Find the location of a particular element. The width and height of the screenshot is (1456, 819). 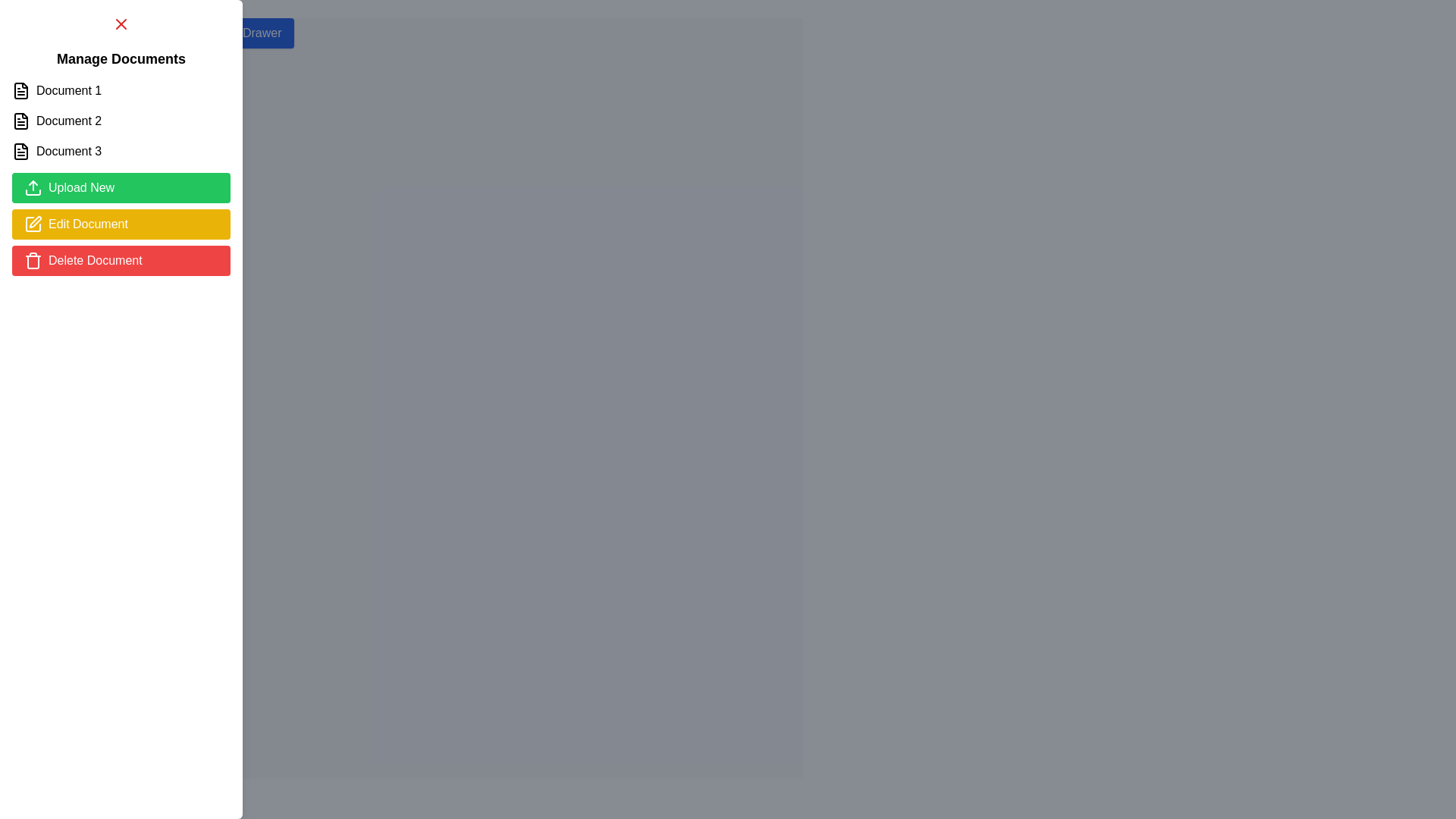

the 'Upload New' button which contains a green upward arrow SVG icon is located at coordinates (33, 187).